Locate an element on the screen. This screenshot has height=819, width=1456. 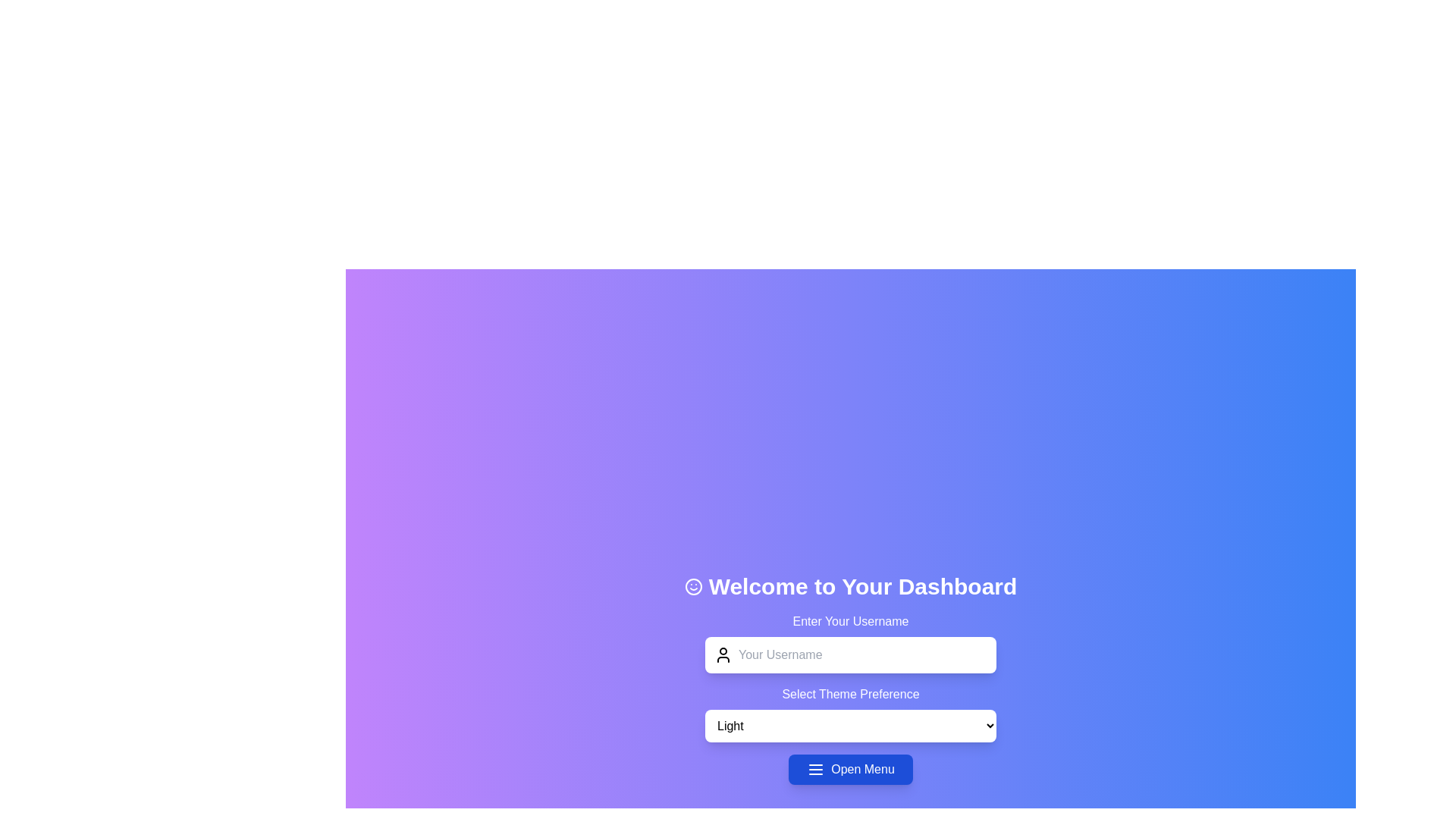
the appearance of the central circular part of the decorative icon displayed to the left of the 'Welcome to Your Dashboard' text is located at coordinates (692, 585).